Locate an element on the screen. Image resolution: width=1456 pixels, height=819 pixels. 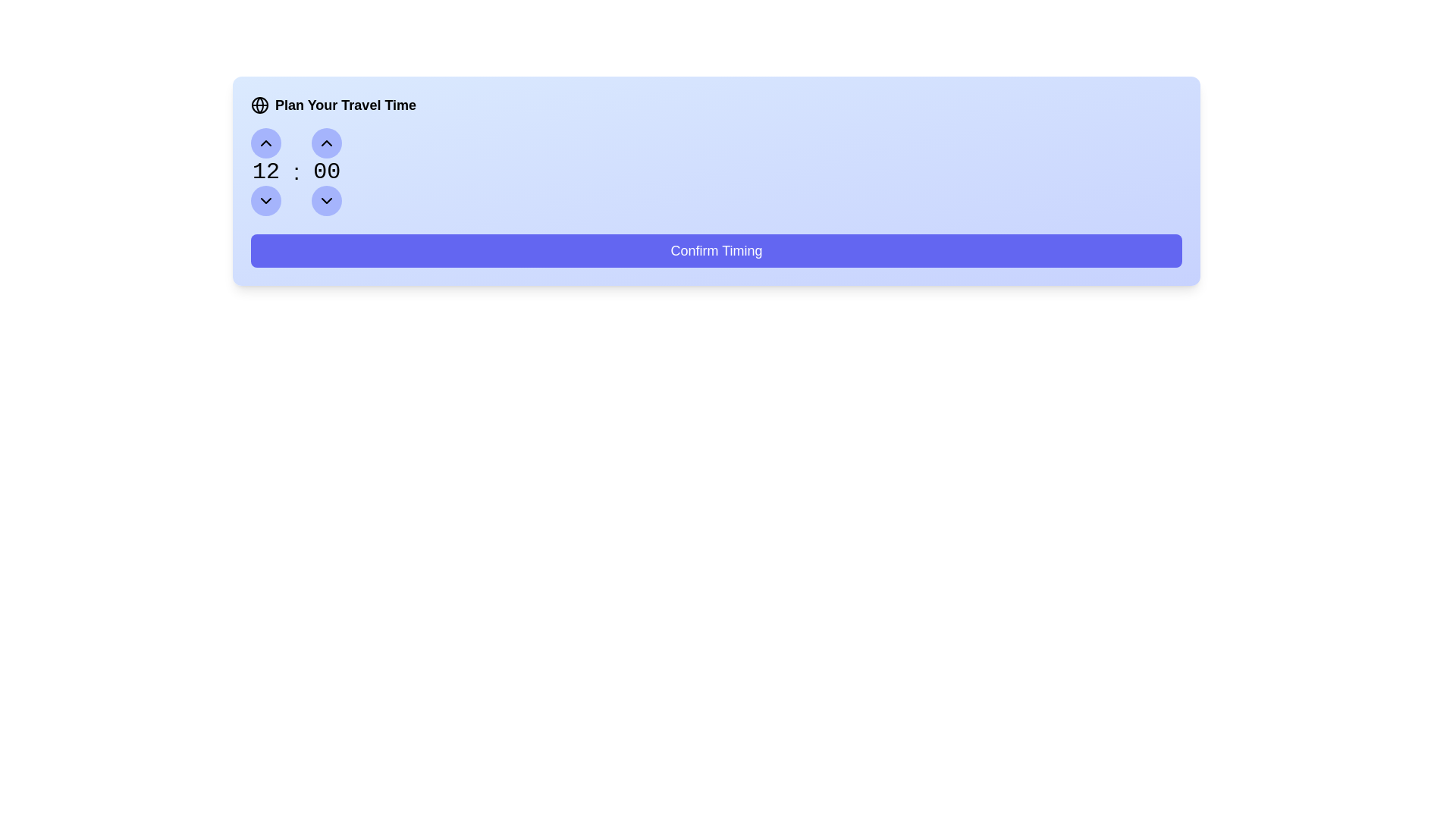
the button that increments the hour value, positioned above the '12' value display in the hour selection section is located at coordinates (265, 143).